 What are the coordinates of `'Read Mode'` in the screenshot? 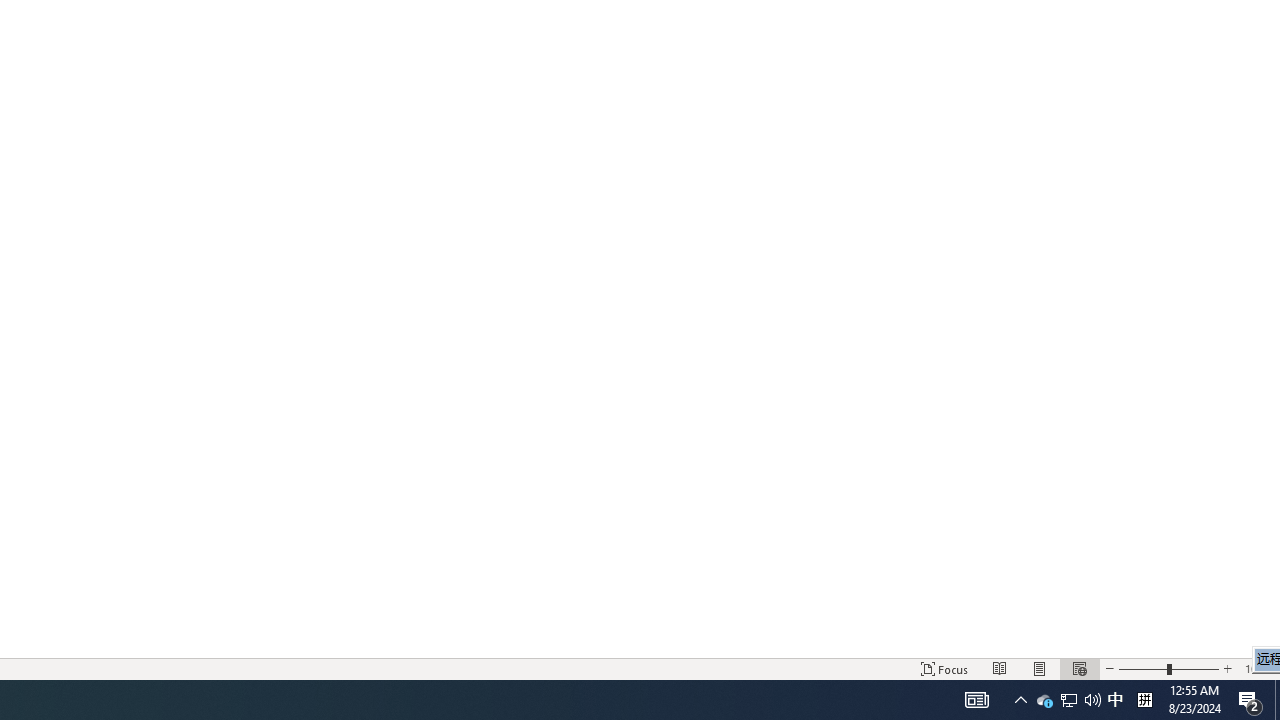 It's located at (1000, 669).